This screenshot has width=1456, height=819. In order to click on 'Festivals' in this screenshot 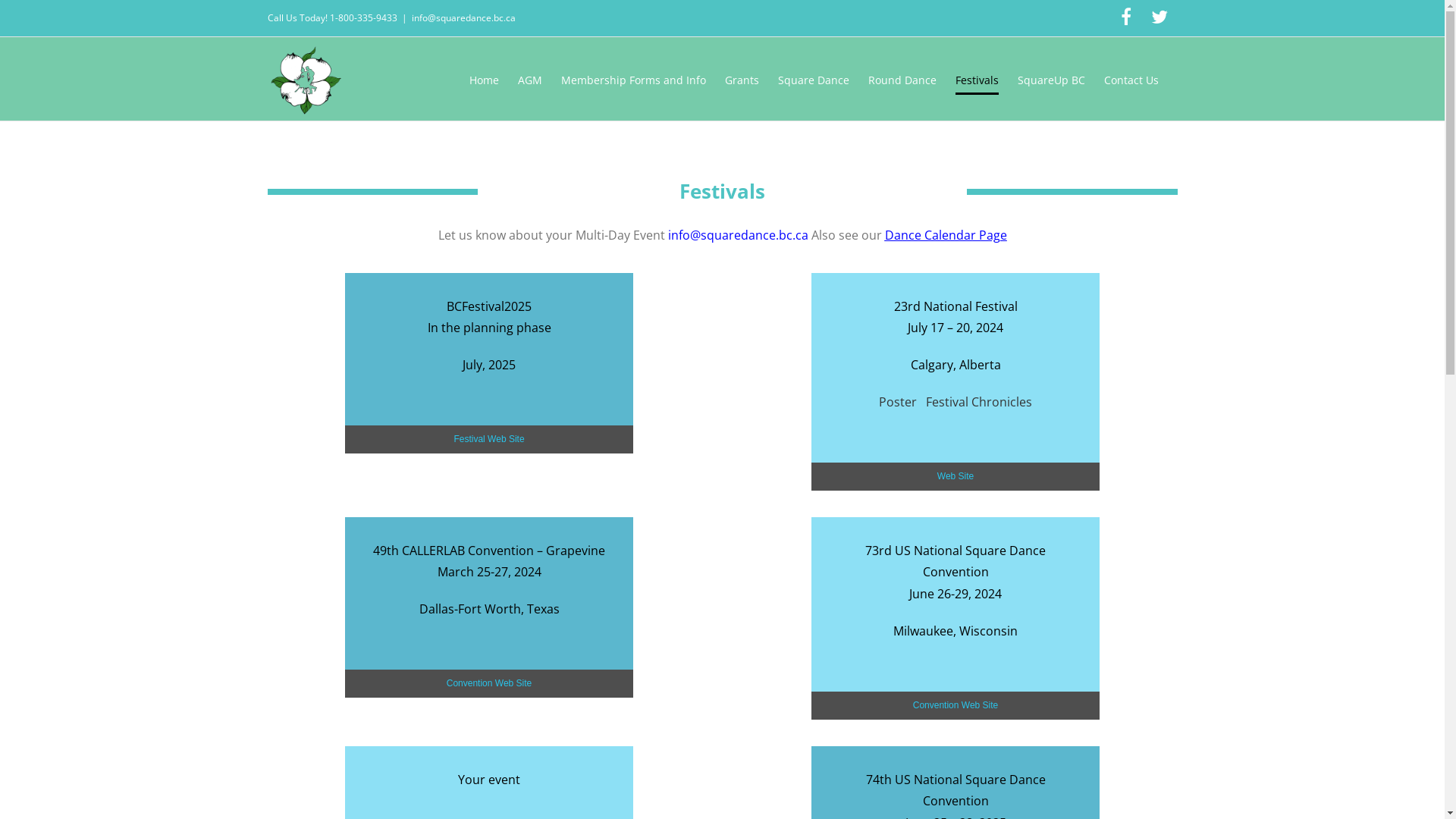, I will do `click(977, 80)`.